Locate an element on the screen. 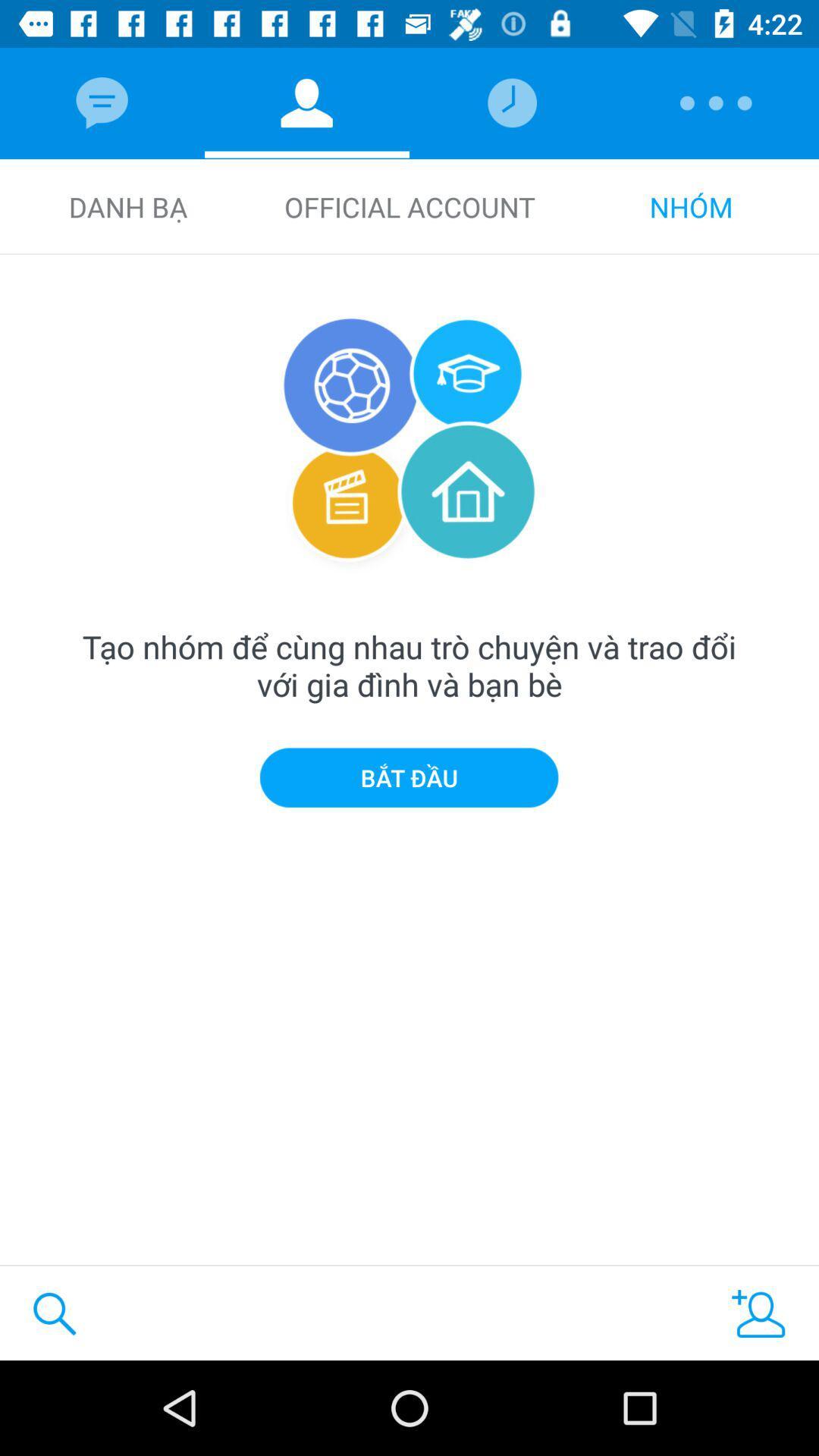  item next to the official account icon is located at coordinates (127, 206).